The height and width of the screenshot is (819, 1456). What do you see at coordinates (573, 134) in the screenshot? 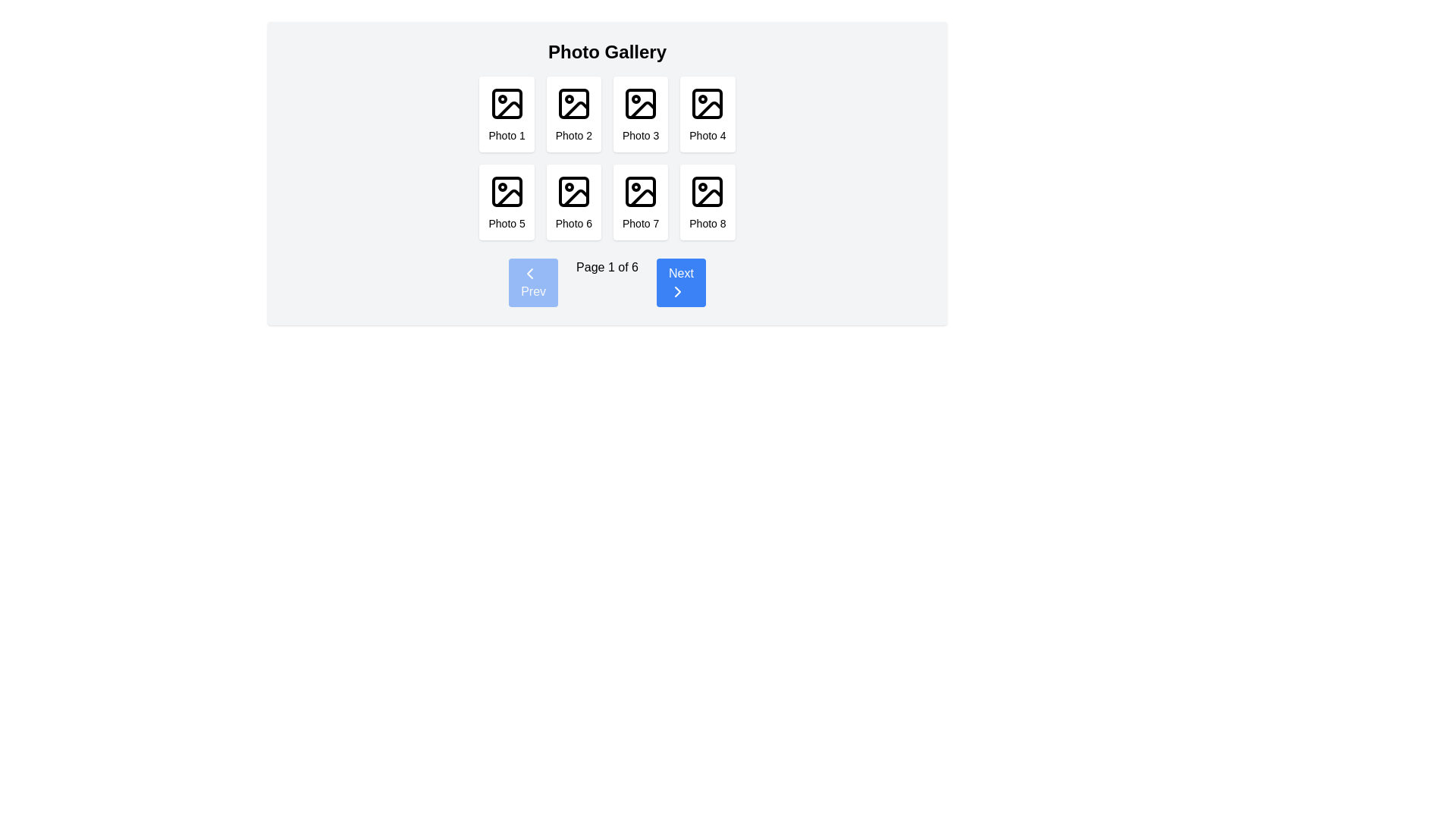
I see `the text label element reading 'Photo 2', which is located directly underneath the second image icon in the top row of the gallery interface` at bounding box center [573, 134].